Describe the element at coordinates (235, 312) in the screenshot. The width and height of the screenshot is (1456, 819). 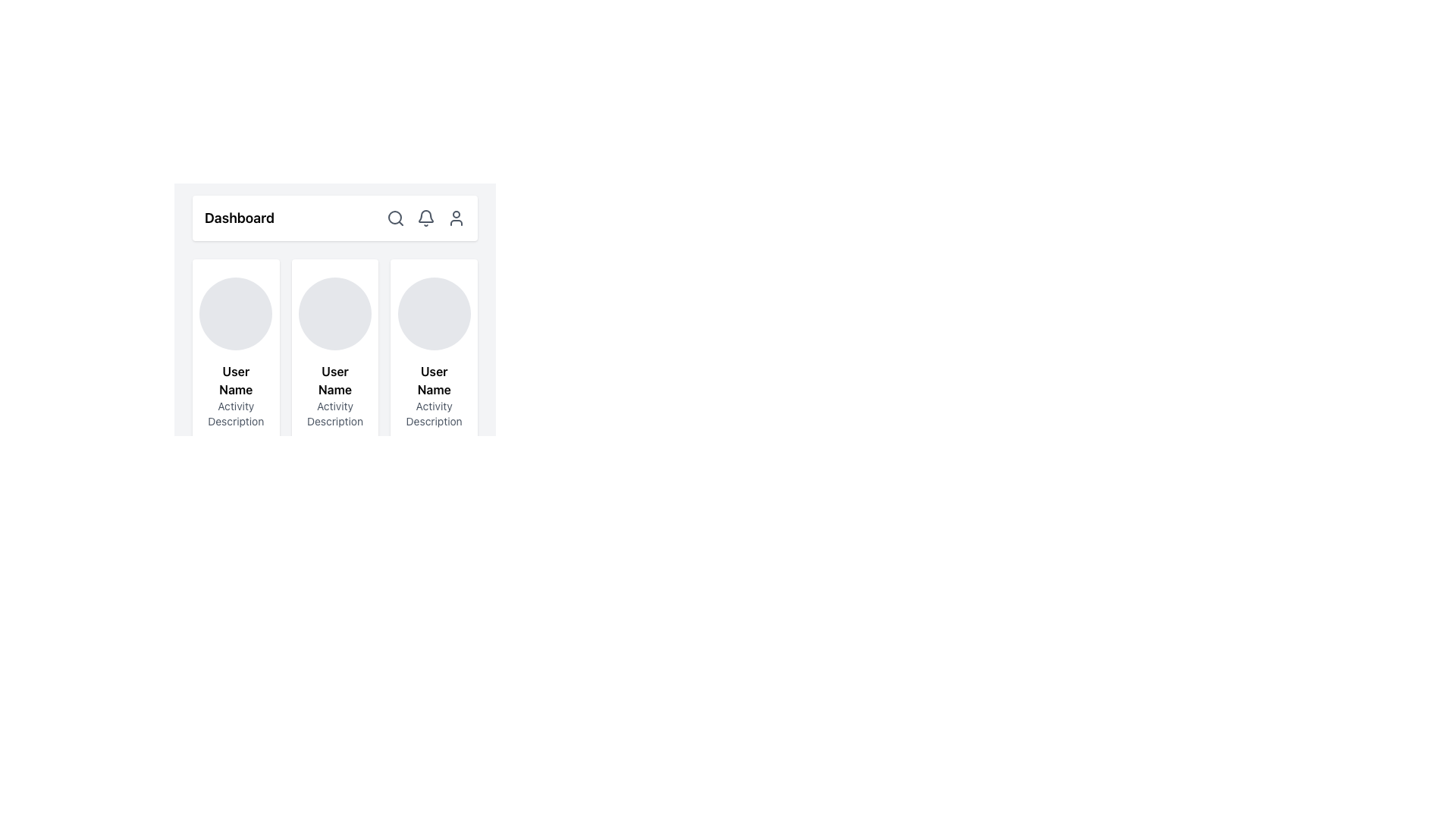
I see `the circular static placeholder element with a gray background located near the top of the leftmost card in a horizontally aligned array` at that location.